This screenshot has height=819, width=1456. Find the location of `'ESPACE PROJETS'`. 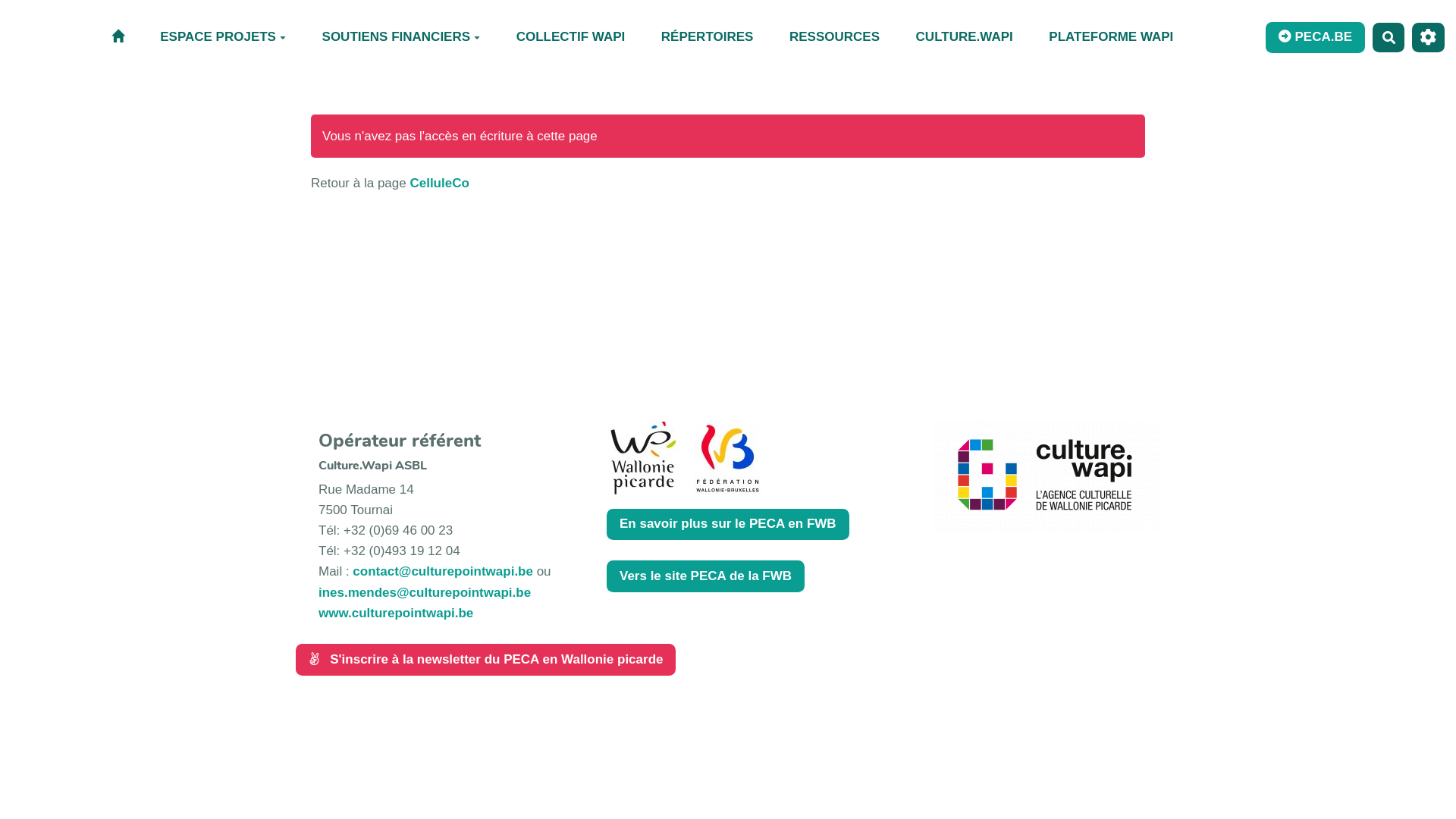

'ESPACE PROJETS' is located at coordinates (221, 36).